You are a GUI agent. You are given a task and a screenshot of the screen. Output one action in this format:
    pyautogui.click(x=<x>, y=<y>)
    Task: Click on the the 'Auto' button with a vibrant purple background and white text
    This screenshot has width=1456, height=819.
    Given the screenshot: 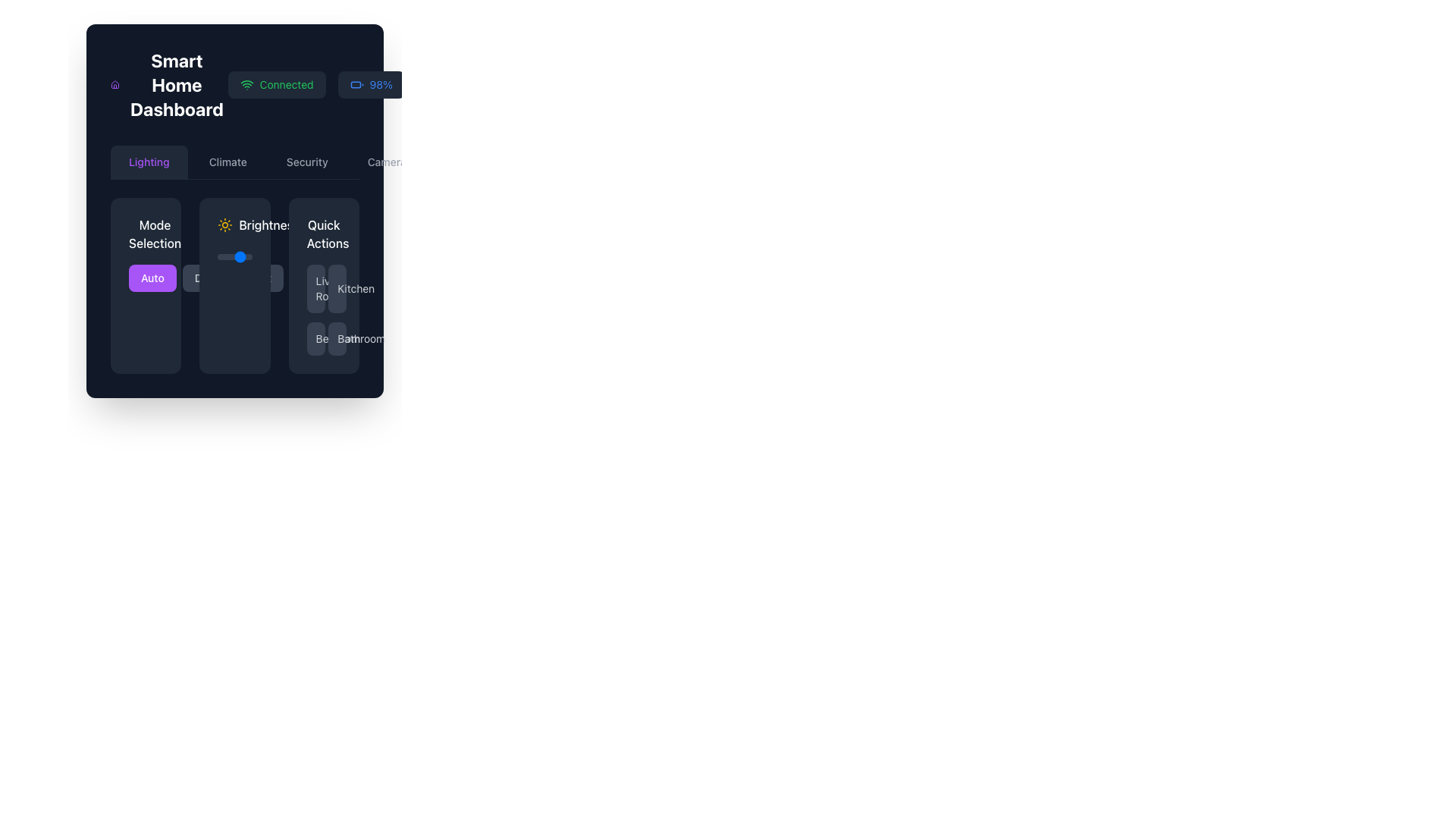 What is the action you would take?
    pyautogui.click(x=146, y=278)
    